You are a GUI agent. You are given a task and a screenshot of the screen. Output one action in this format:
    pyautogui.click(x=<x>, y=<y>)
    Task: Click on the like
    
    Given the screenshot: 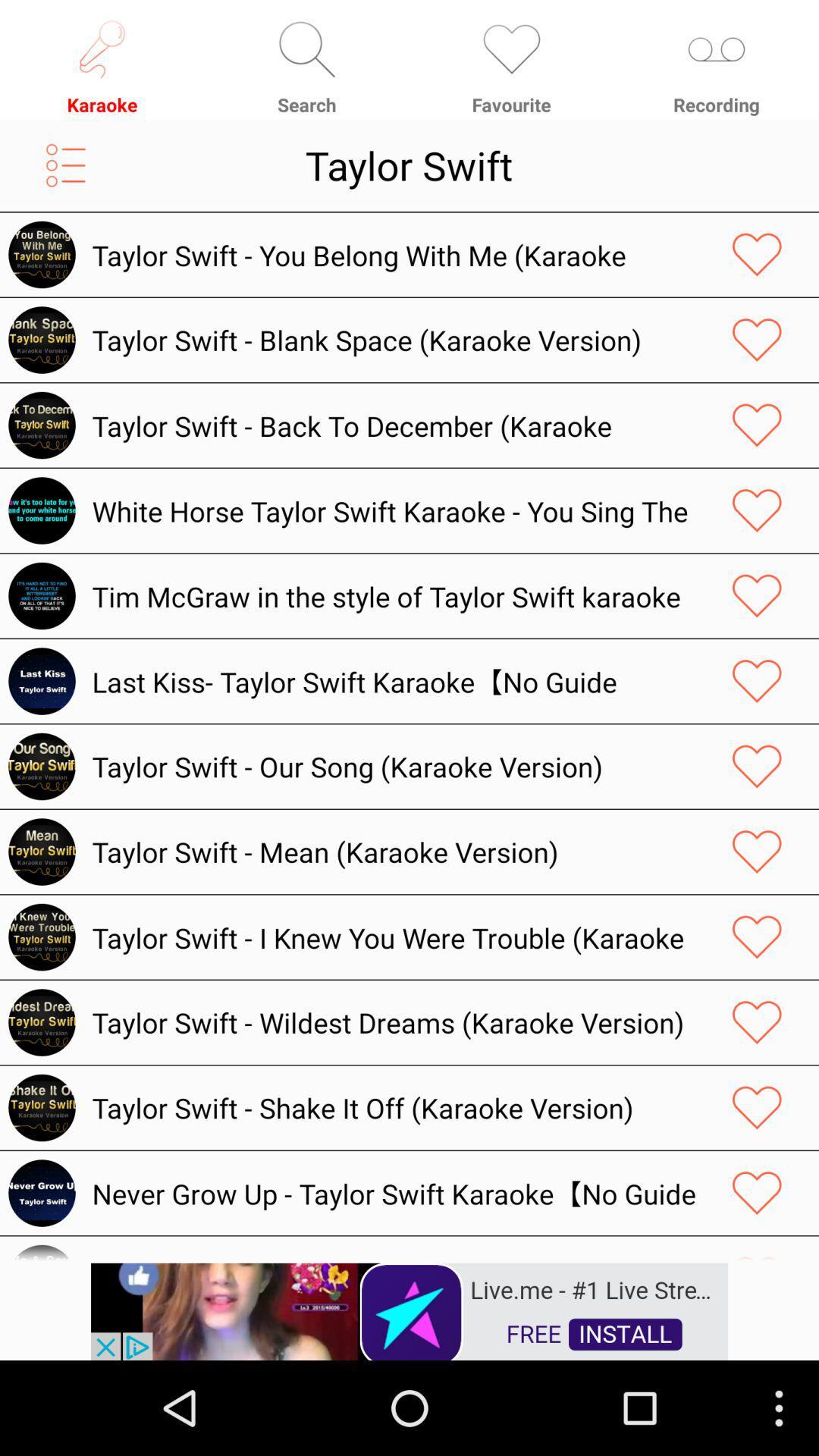 What is the action you would take?
    pyautogui.click(x=757, y=425)
    